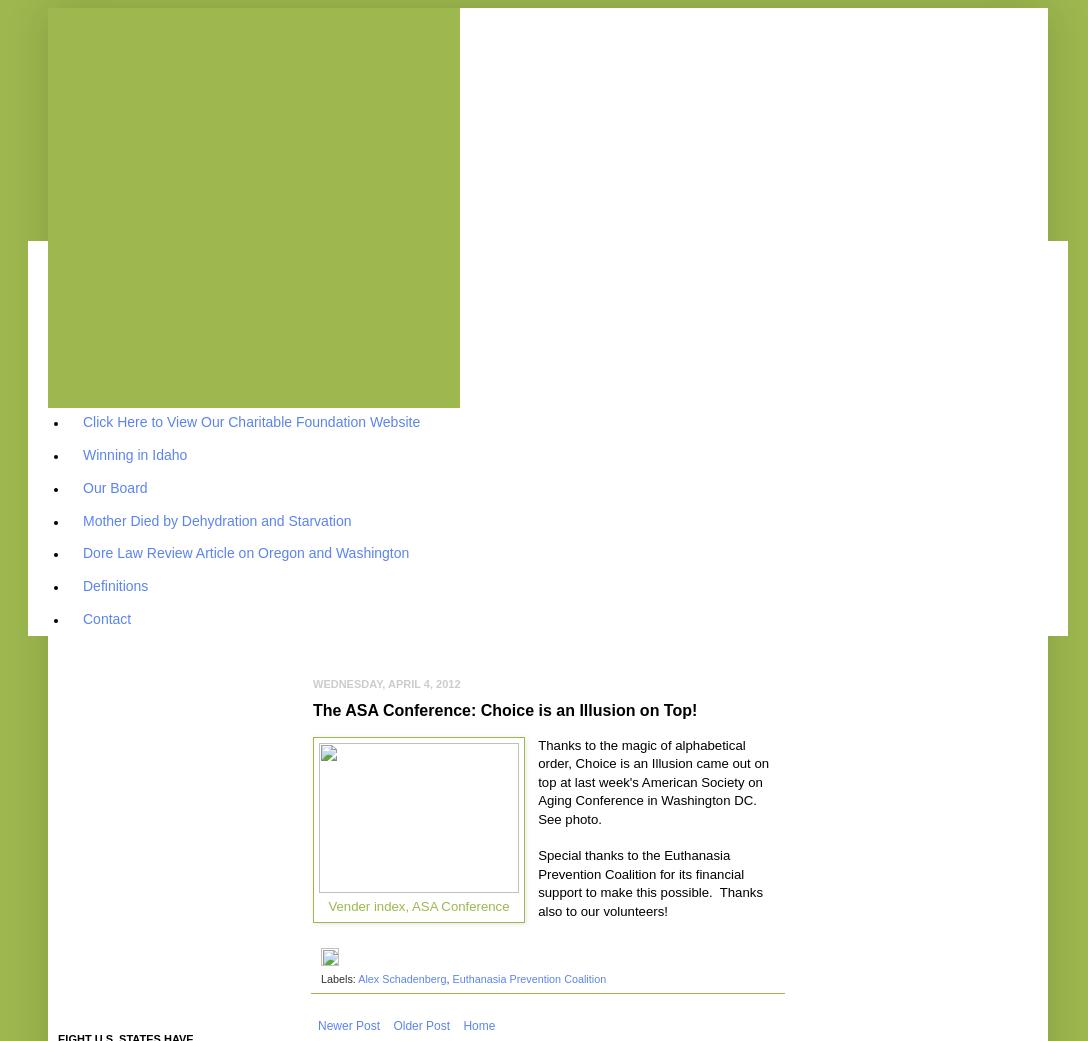 This screenshot has height=1041, width=1088. What do you see at coordinates (139, 223) in the screenshot?
I see `'Why Choice is an Illusion?'` at bounding box center [139, 223].